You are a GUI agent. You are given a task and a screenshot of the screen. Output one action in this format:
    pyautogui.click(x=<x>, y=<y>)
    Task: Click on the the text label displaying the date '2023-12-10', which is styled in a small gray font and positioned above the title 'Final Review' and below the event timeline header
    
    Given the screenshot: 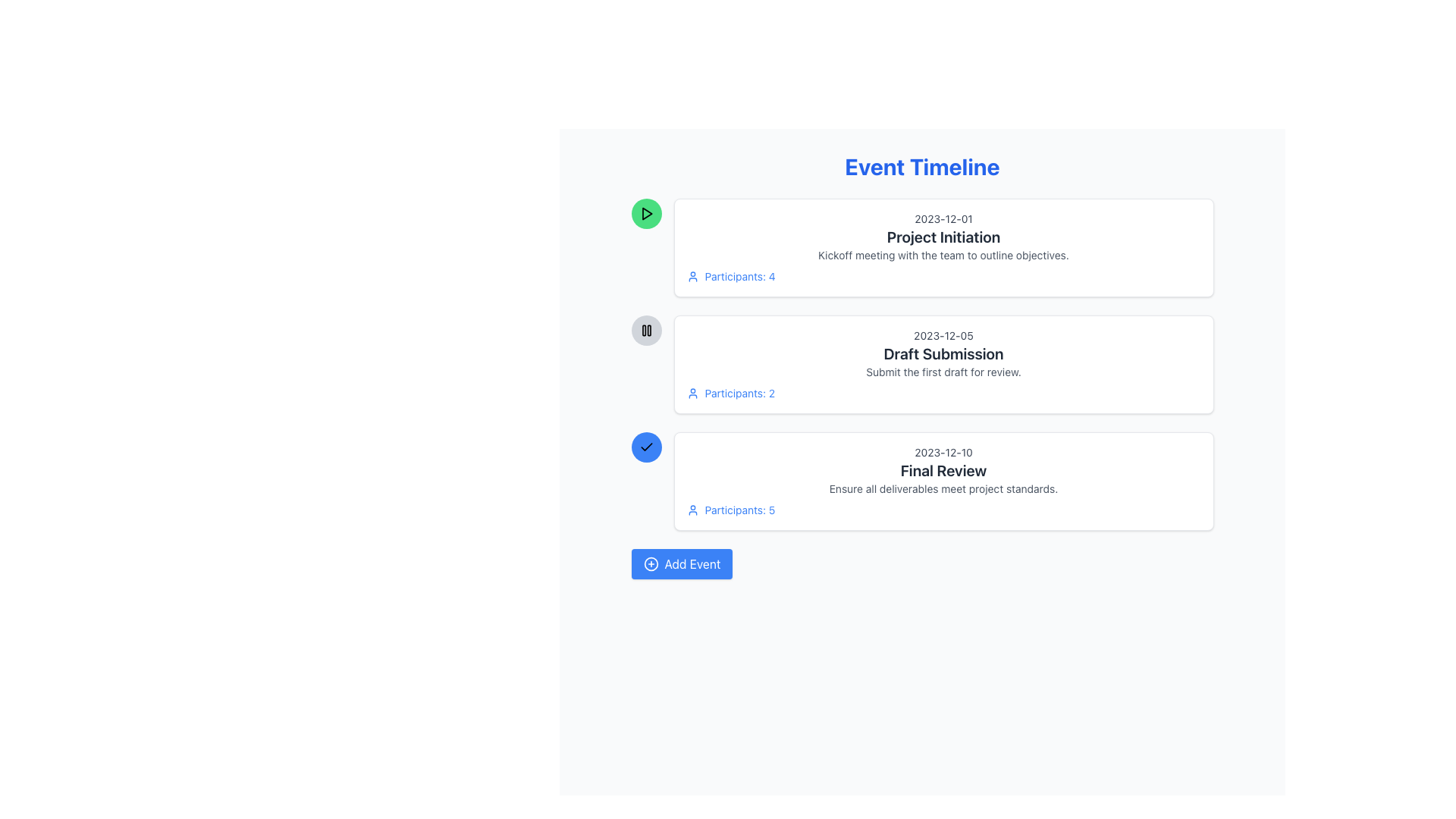 What is the action you would take?
    pyautogui.click(x=943, y=452)
    